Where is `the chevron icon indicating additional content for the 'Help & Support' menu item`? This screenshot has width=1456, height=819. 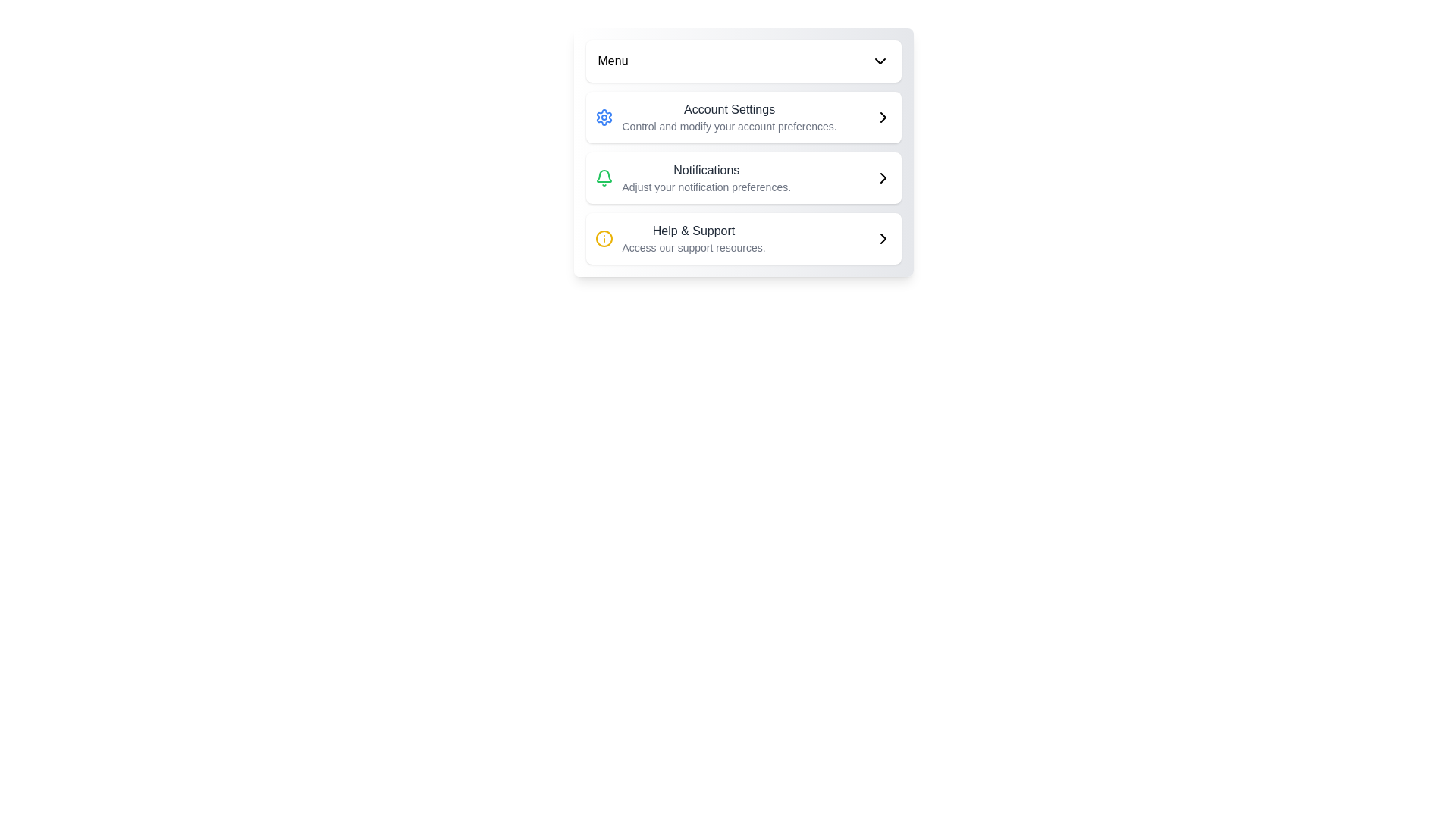 the chevron icon indicating additional content for the 'Help & Support' menu item is located at coordinates (883, 239).